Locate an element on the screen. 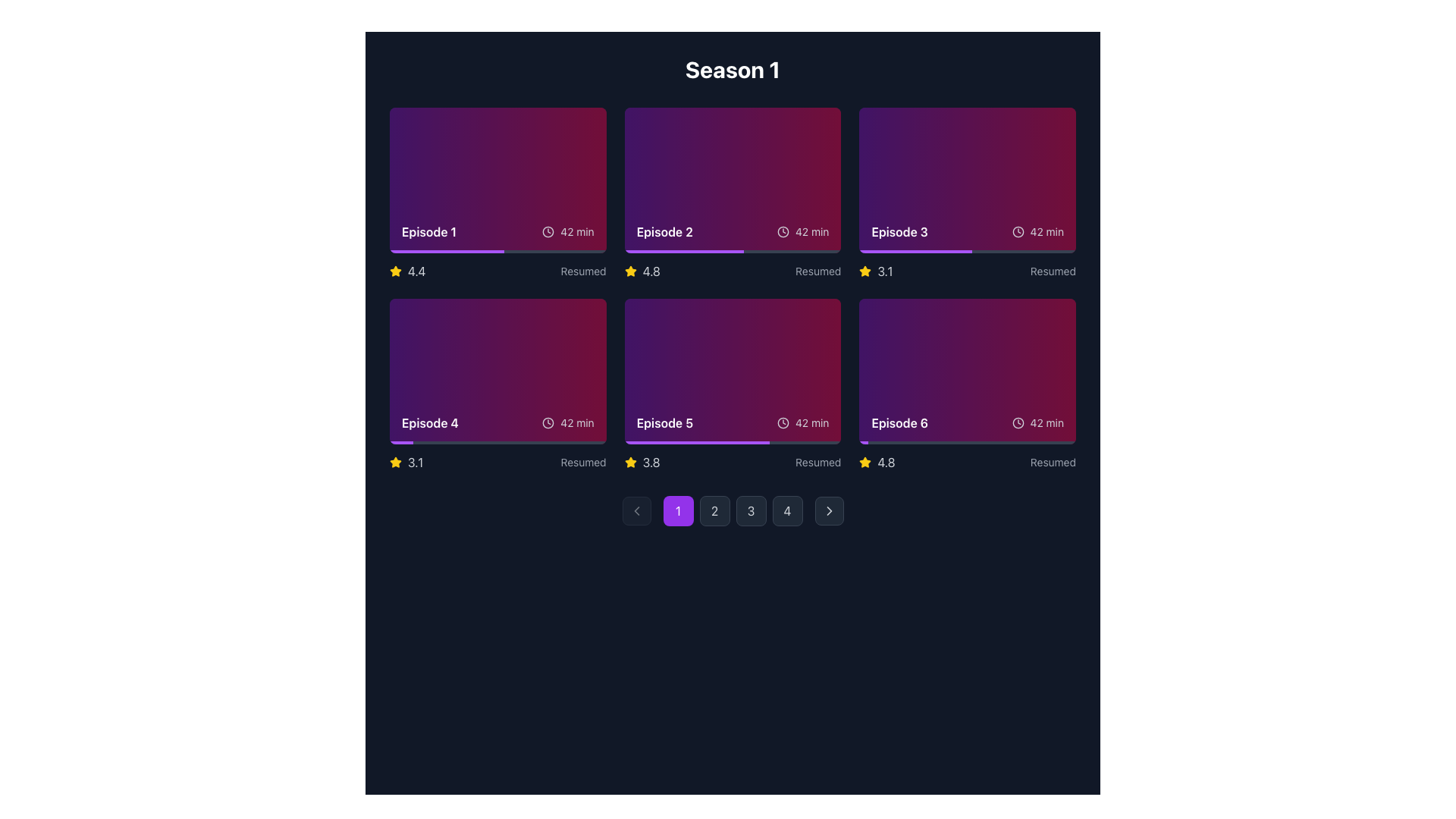 This screenshot has height=819, width=1456. the clock icon with a circular outline and clock hands, located in the Episode 3 card, second row, third column, next to the '42 min' text is located at coordinates (1018, 231).